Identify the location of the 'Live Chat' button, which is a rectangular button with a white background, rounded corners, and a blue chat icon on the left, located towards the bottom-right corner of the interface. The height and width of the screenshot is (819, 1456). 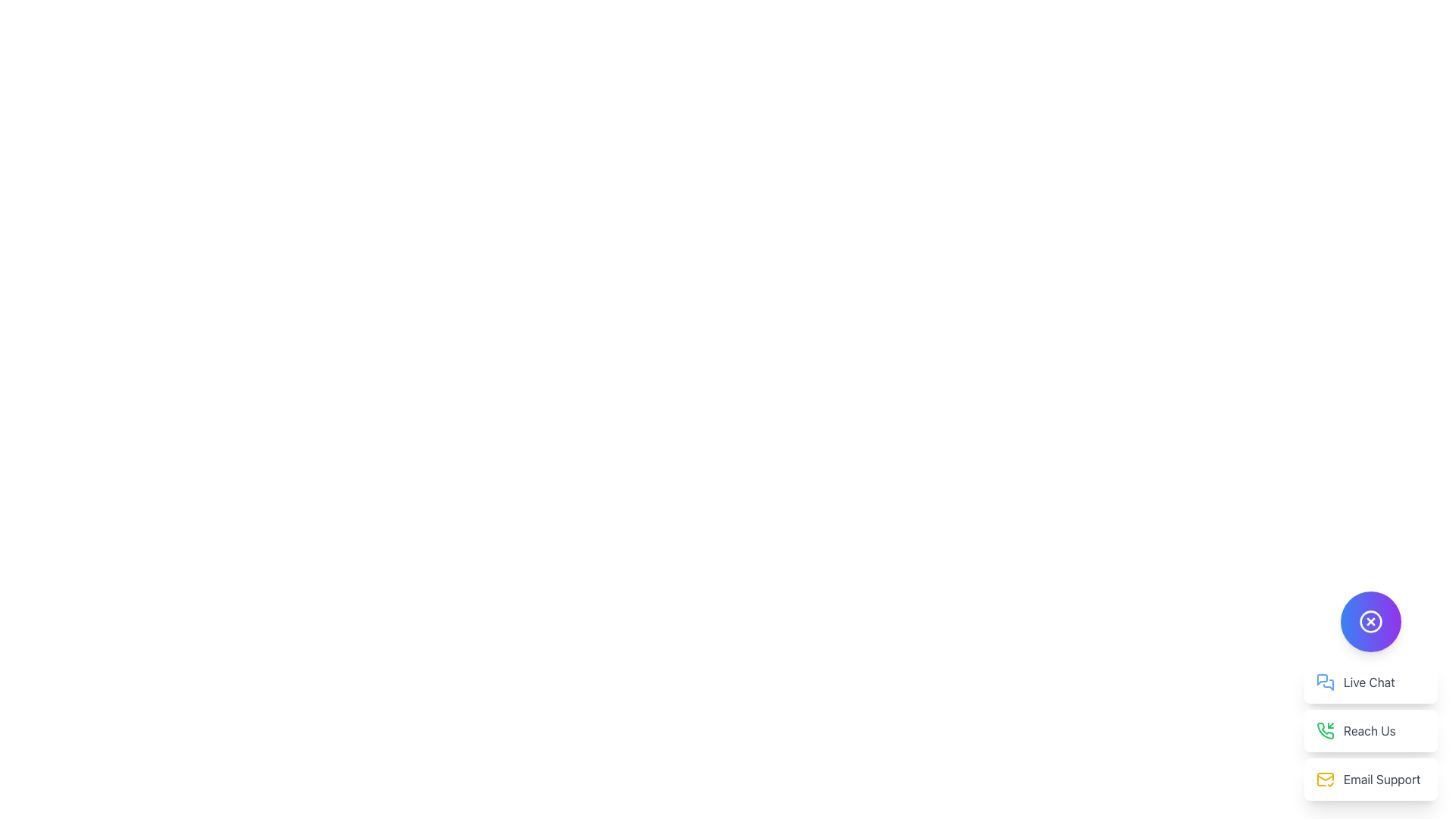
(1371, 681).